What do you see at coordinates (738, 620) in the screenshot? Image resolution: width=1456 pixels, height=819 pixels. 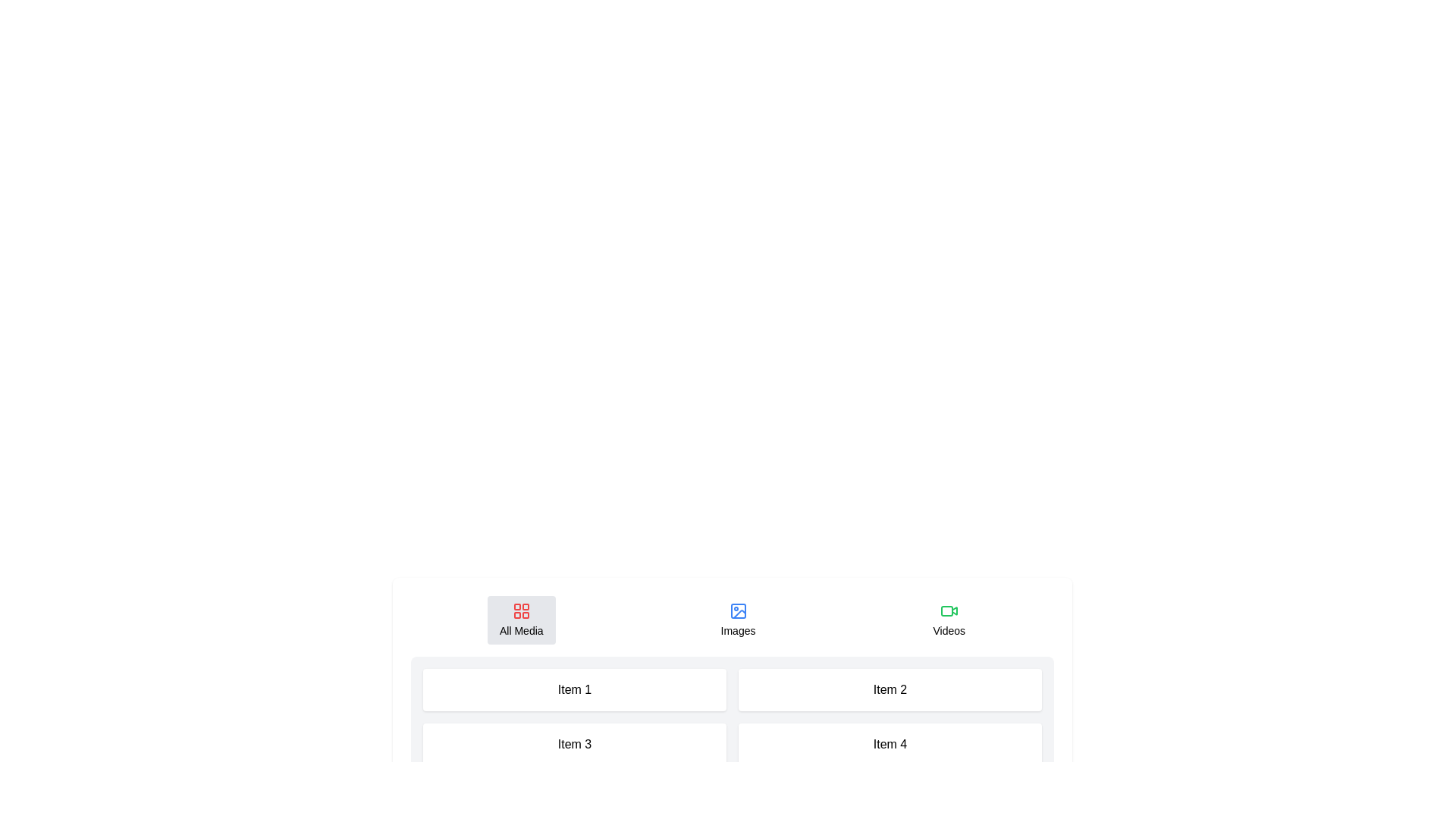 I see `the 'Images' tab to switch to the Images view` at bounding box center [738, 620].